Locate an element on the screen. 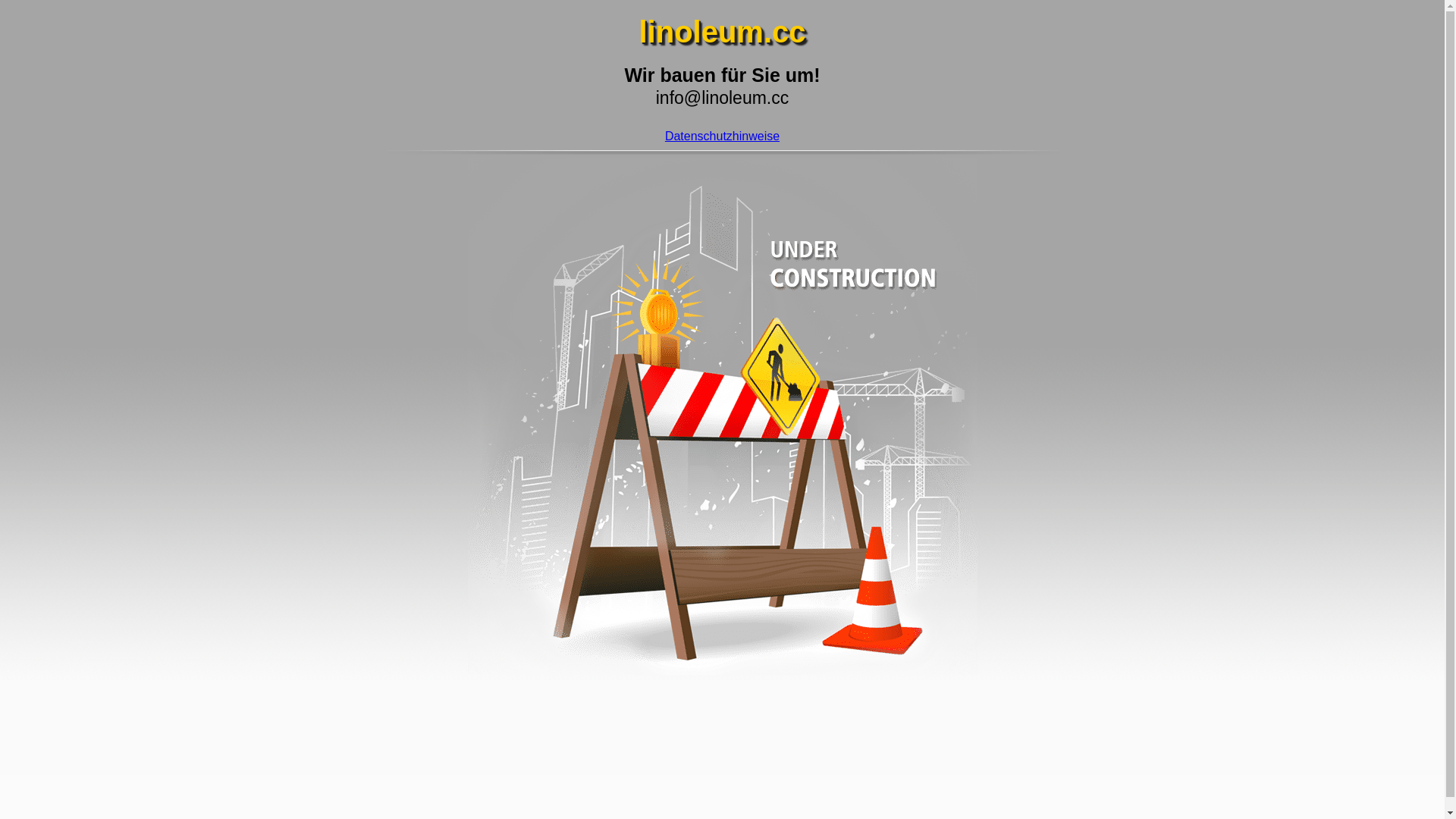 The width and height of the screenshot is (1456, 819). 'Datenschutzhinweise' is located at coordinates (721, 136).